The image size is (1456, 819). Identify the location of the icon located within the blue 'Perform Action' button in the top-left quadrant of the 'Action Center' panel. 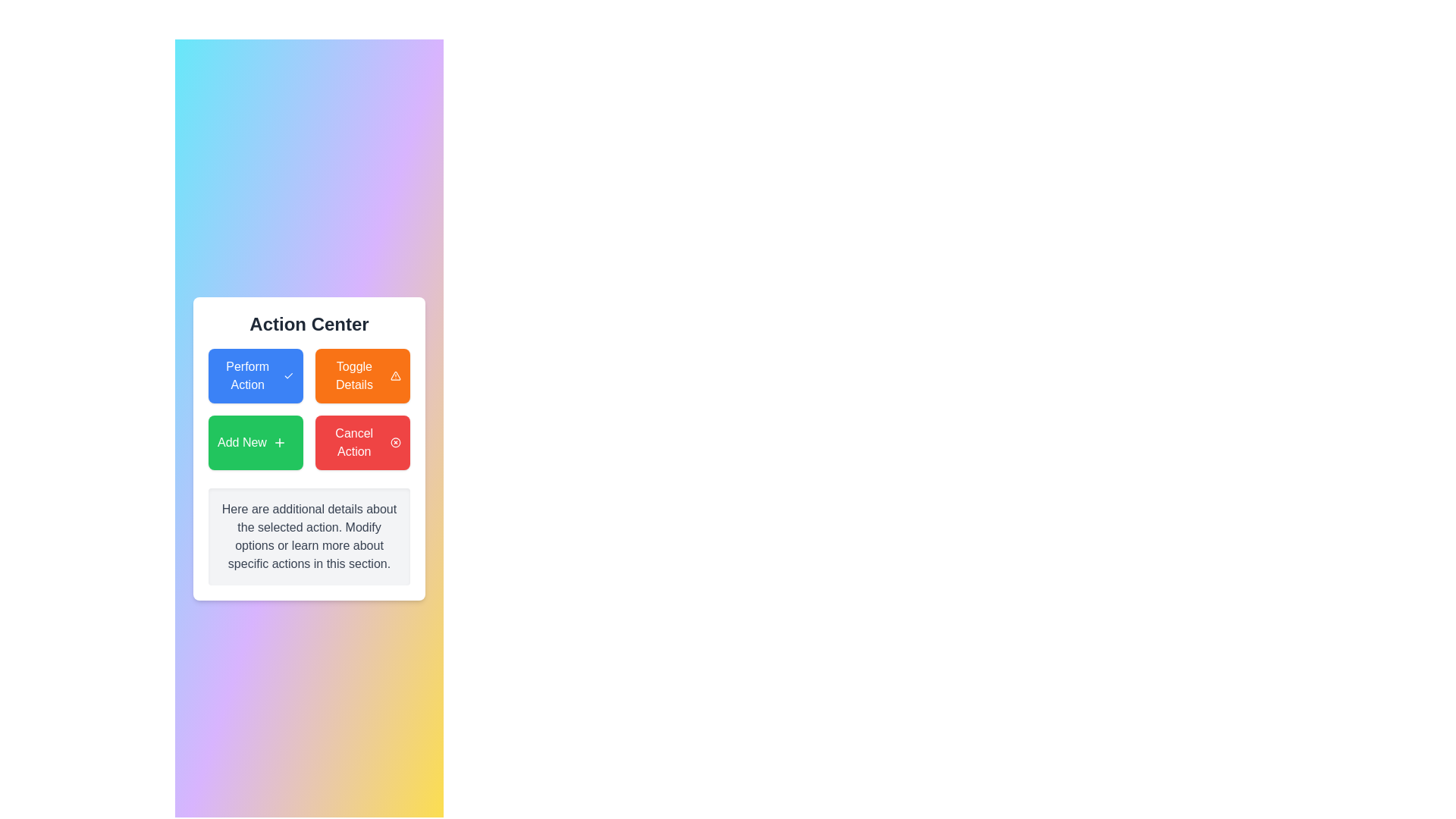
(289, 375).